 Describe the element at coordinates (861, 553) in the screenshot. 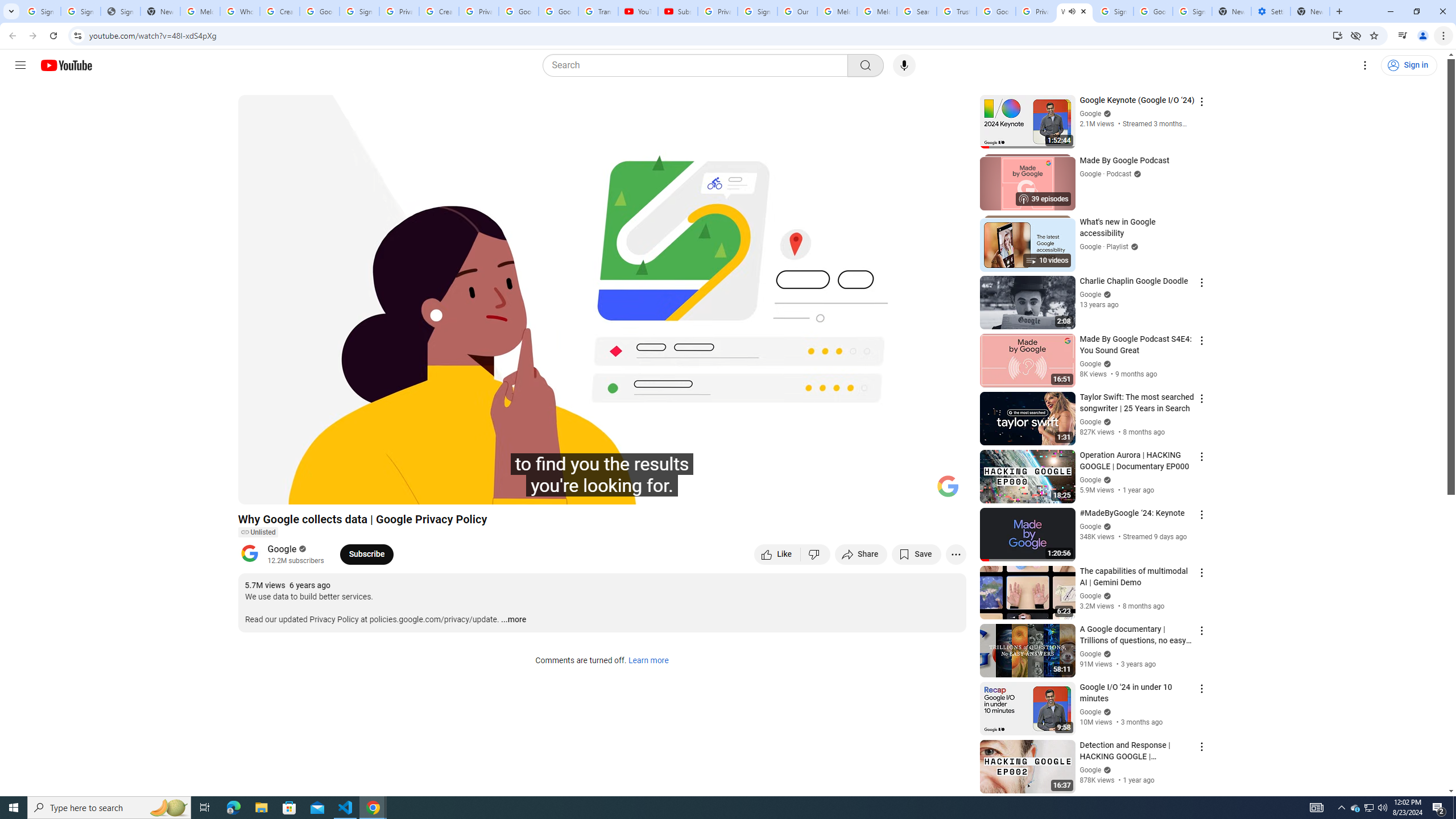

I see `'Share'` at that location.